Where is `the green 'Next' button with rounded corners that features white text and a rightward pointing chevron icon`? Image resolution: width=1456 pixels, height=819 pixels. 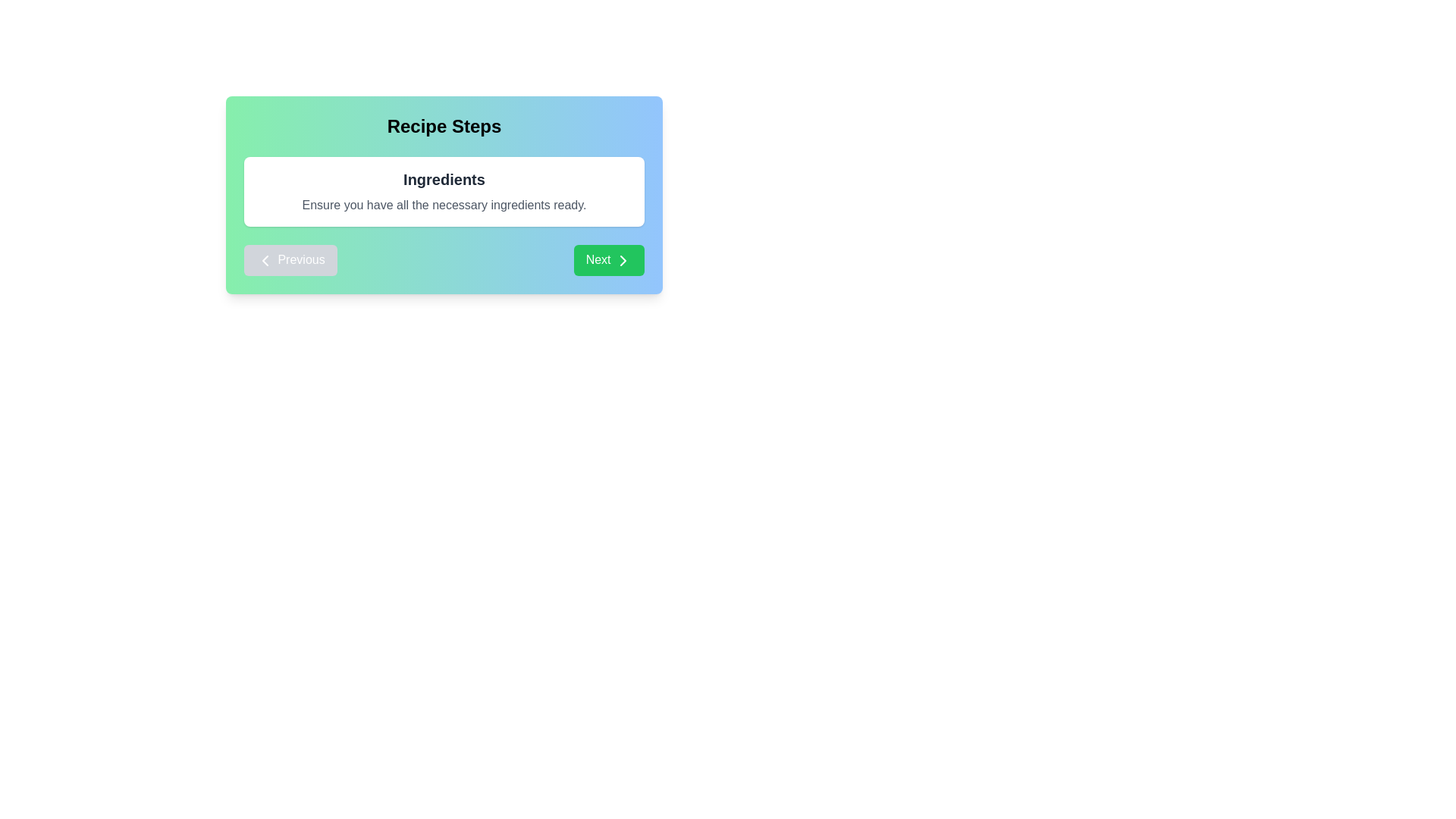 the green 'Next' button with rounded corners that features white text and a rightward pointing chevron icon is located at coordinates (609, 259).